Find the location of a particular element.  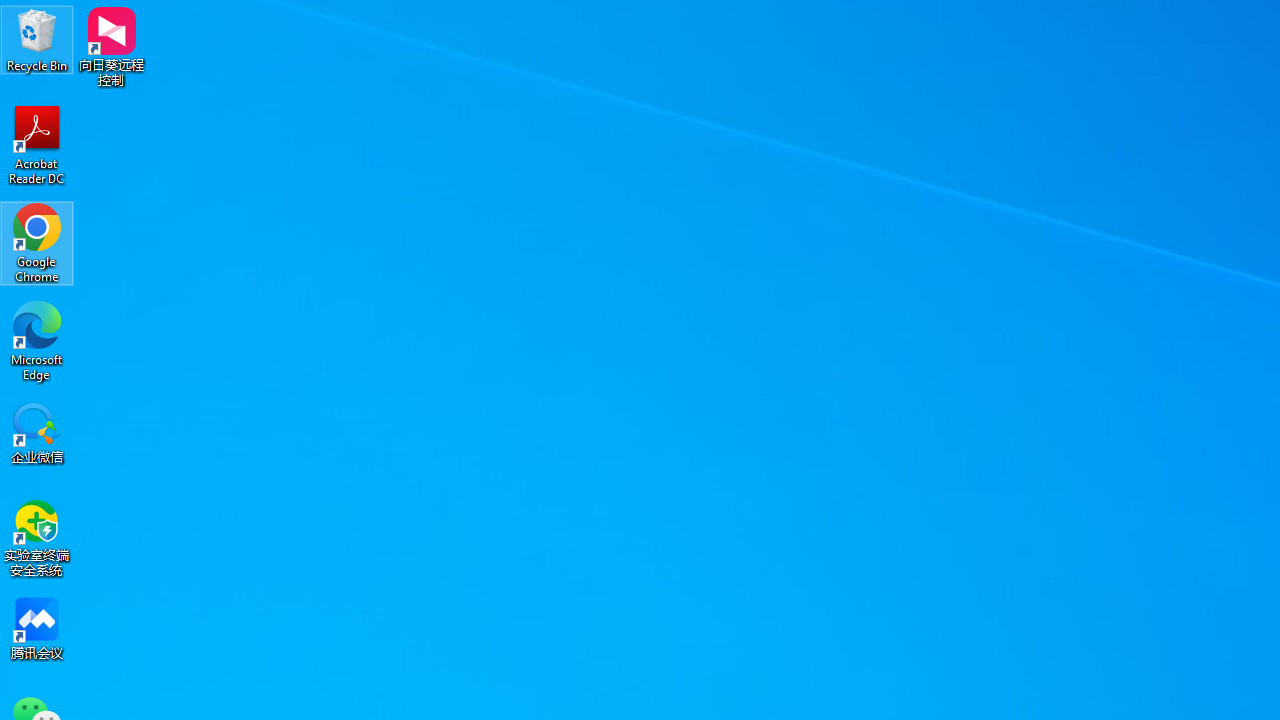

'Acrobat Reader DC' is located at coordinates (37, 144).